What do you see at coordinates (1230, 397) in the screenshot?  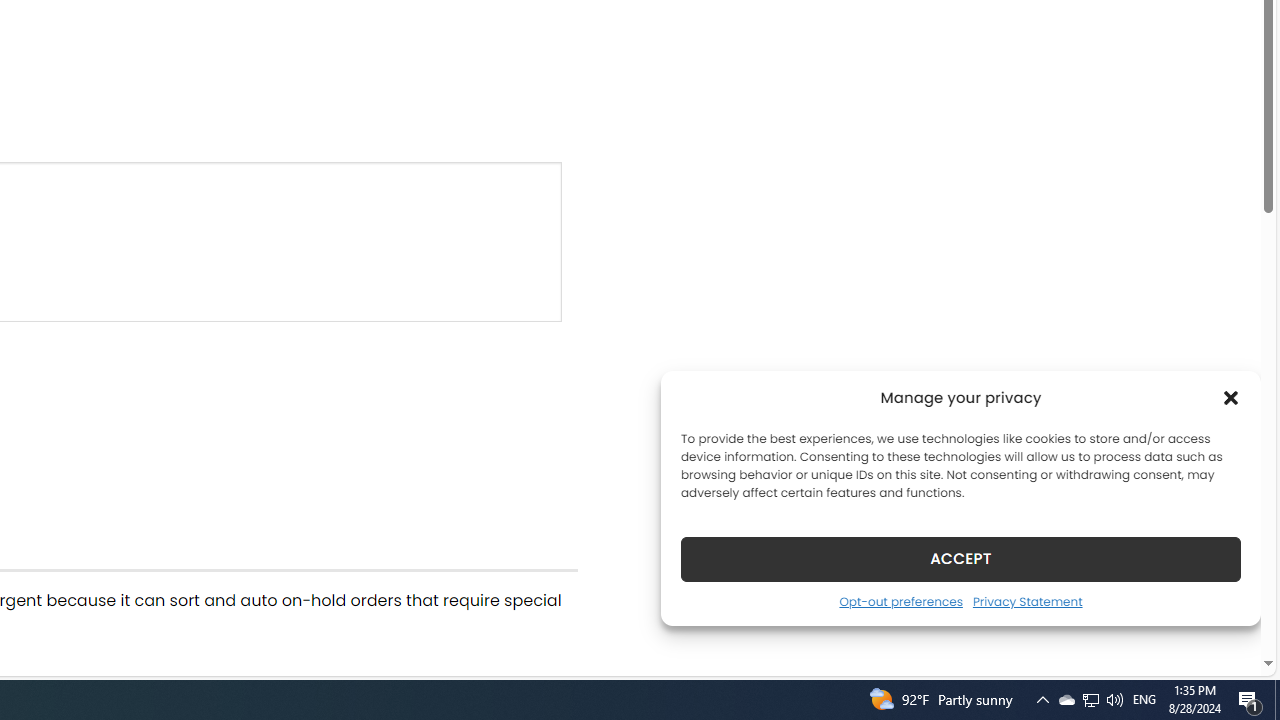 I see `'Class: cmplz-close'` at bounding box center [1230, 397].